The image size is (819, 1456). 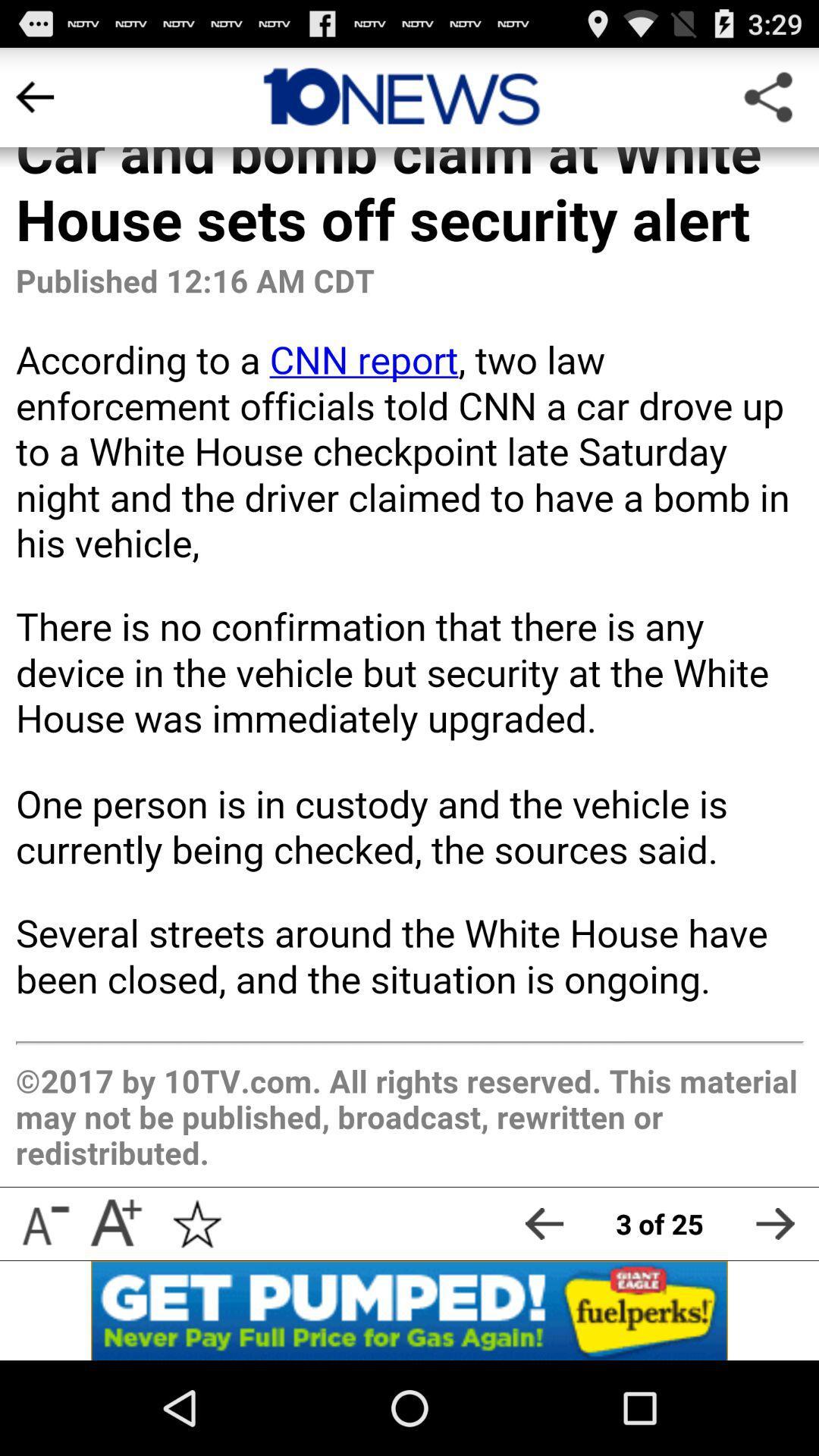 I want to click on highlight, so click(x=400, y=96).